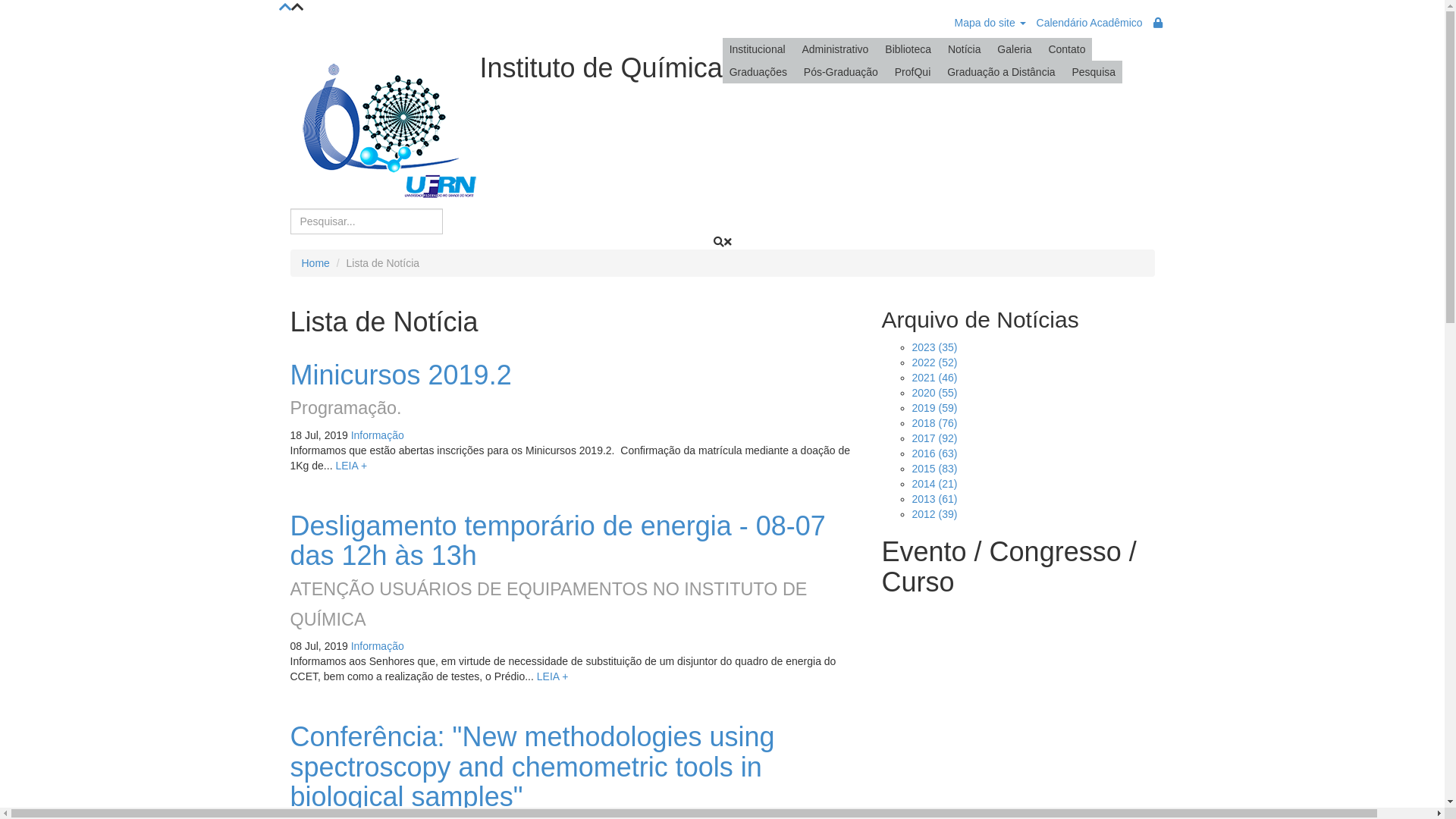  I want to click on 'Mapa do site', so click(990, 23).